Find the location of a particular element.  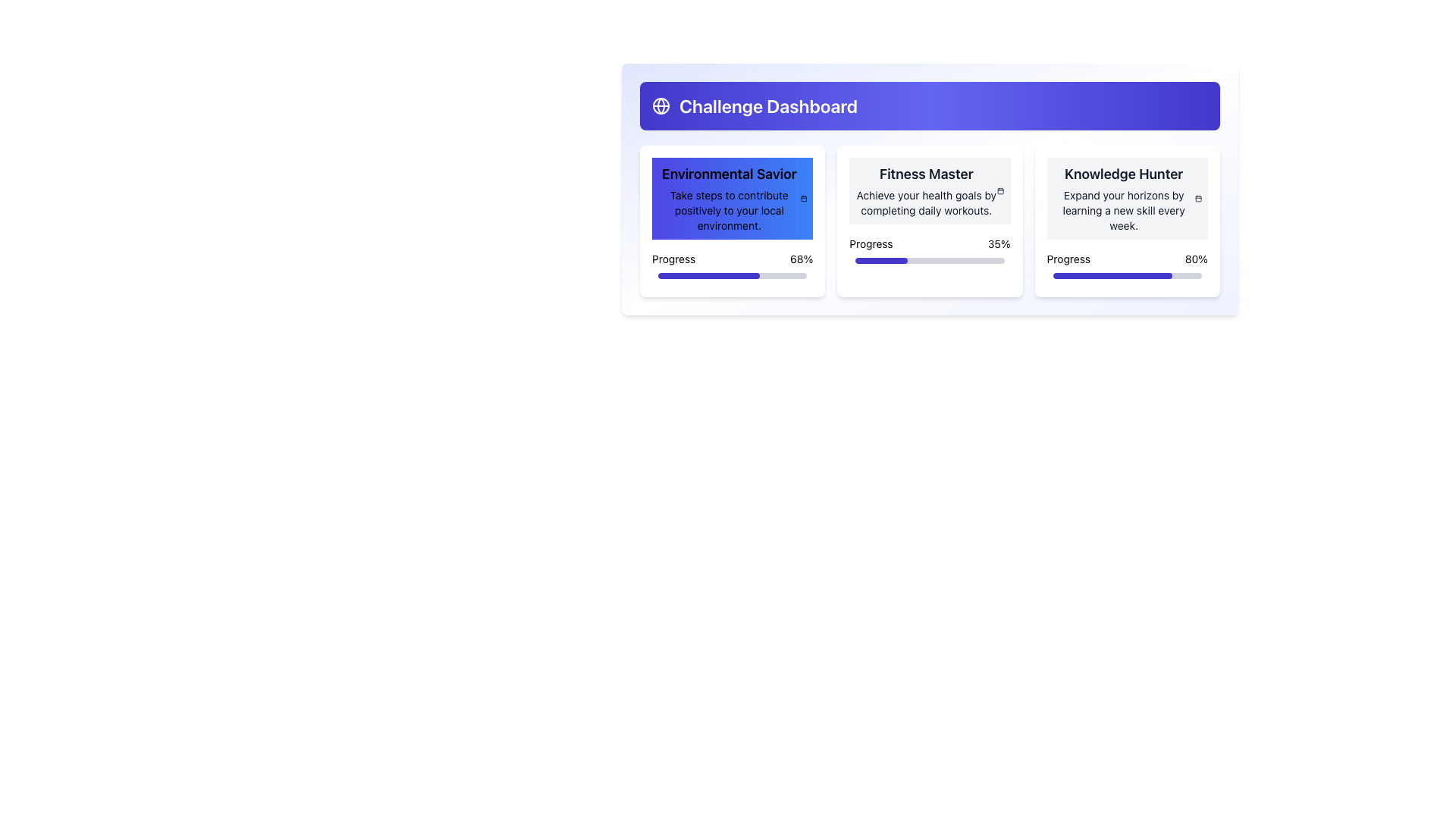

the text label reading 'Progress' located in the lower-left corner of the 'Environmental Savior' card, which describes the adjacent progress bar and percentage indicator is located at coordinates (673, 259).